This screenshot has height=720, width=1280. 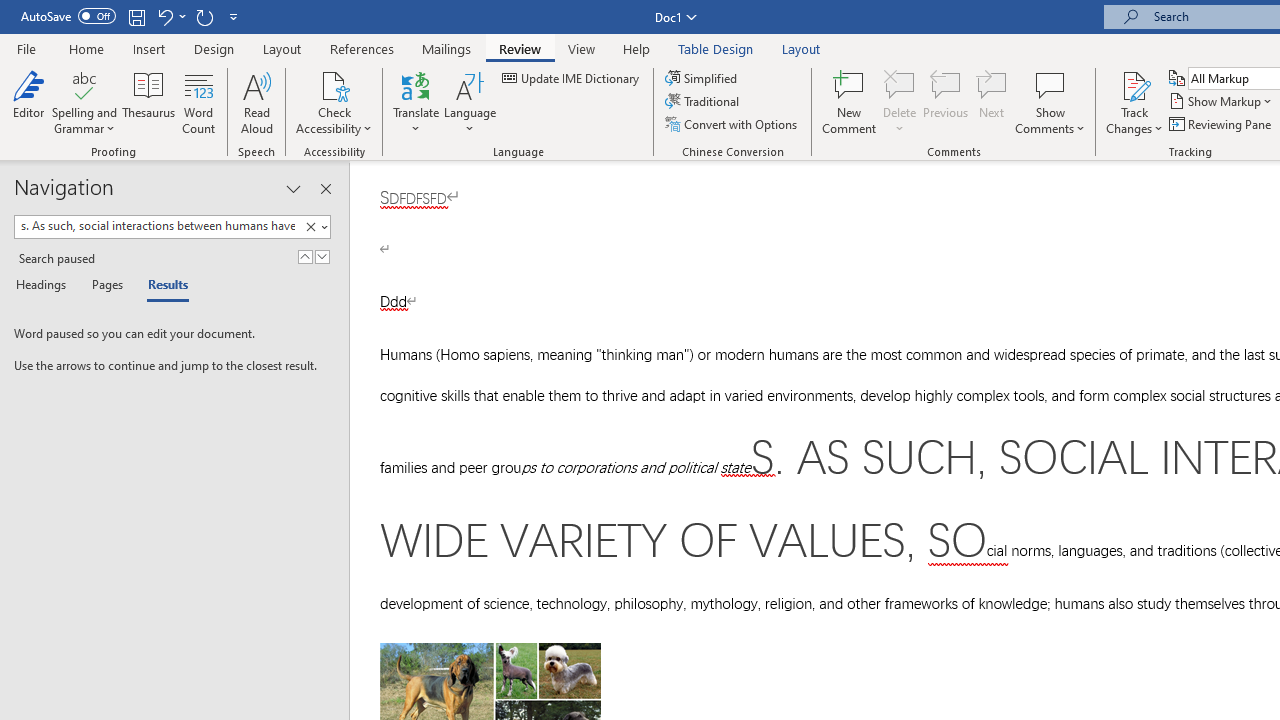 What do you see at coordinates (334, 103) in the screenshot?
I see `'Check Accessibility'` at bounding box center [334, 103].